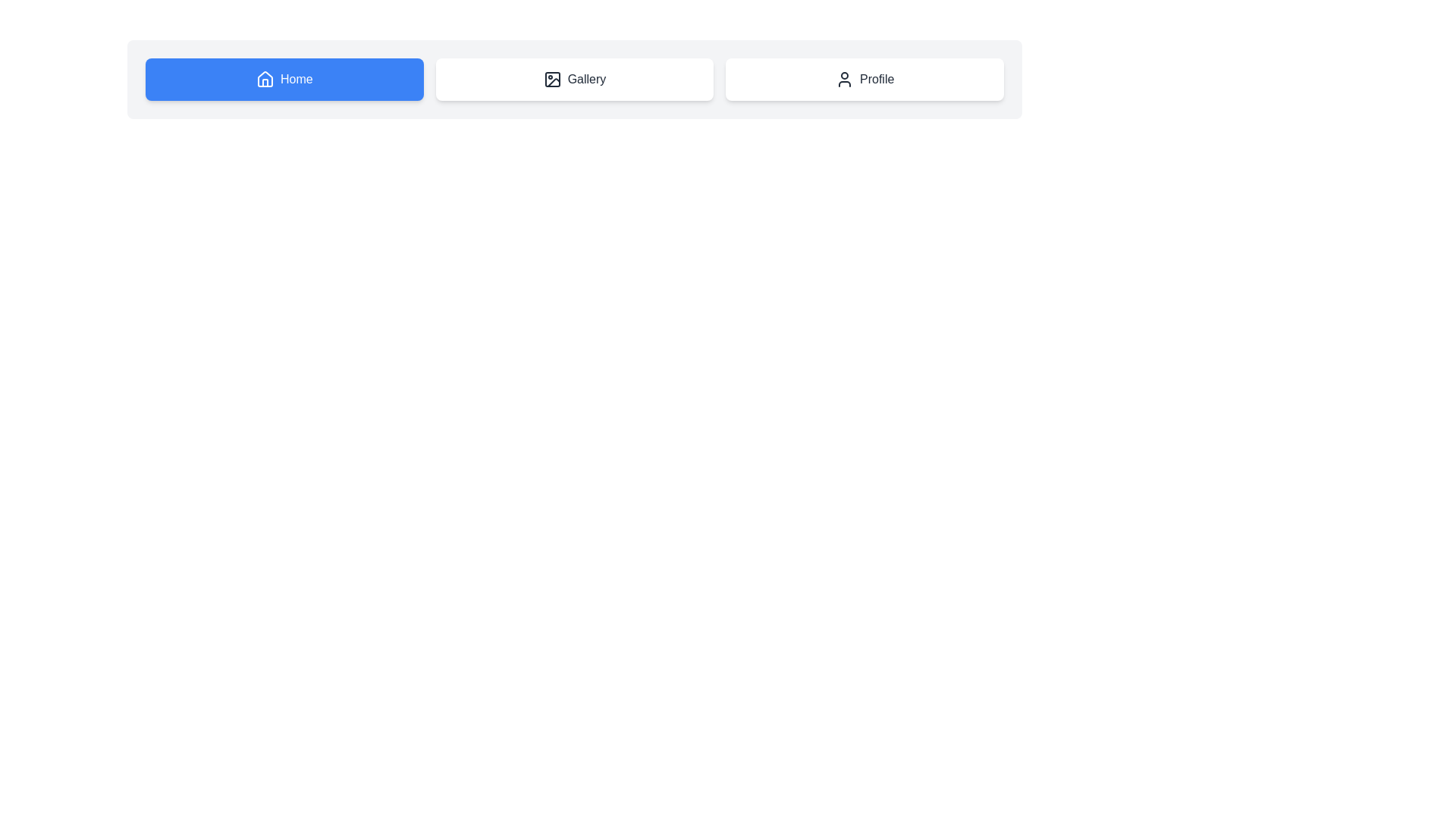  I want to click on the 'Home' button to navigate to the Home section, so click(284, 79).